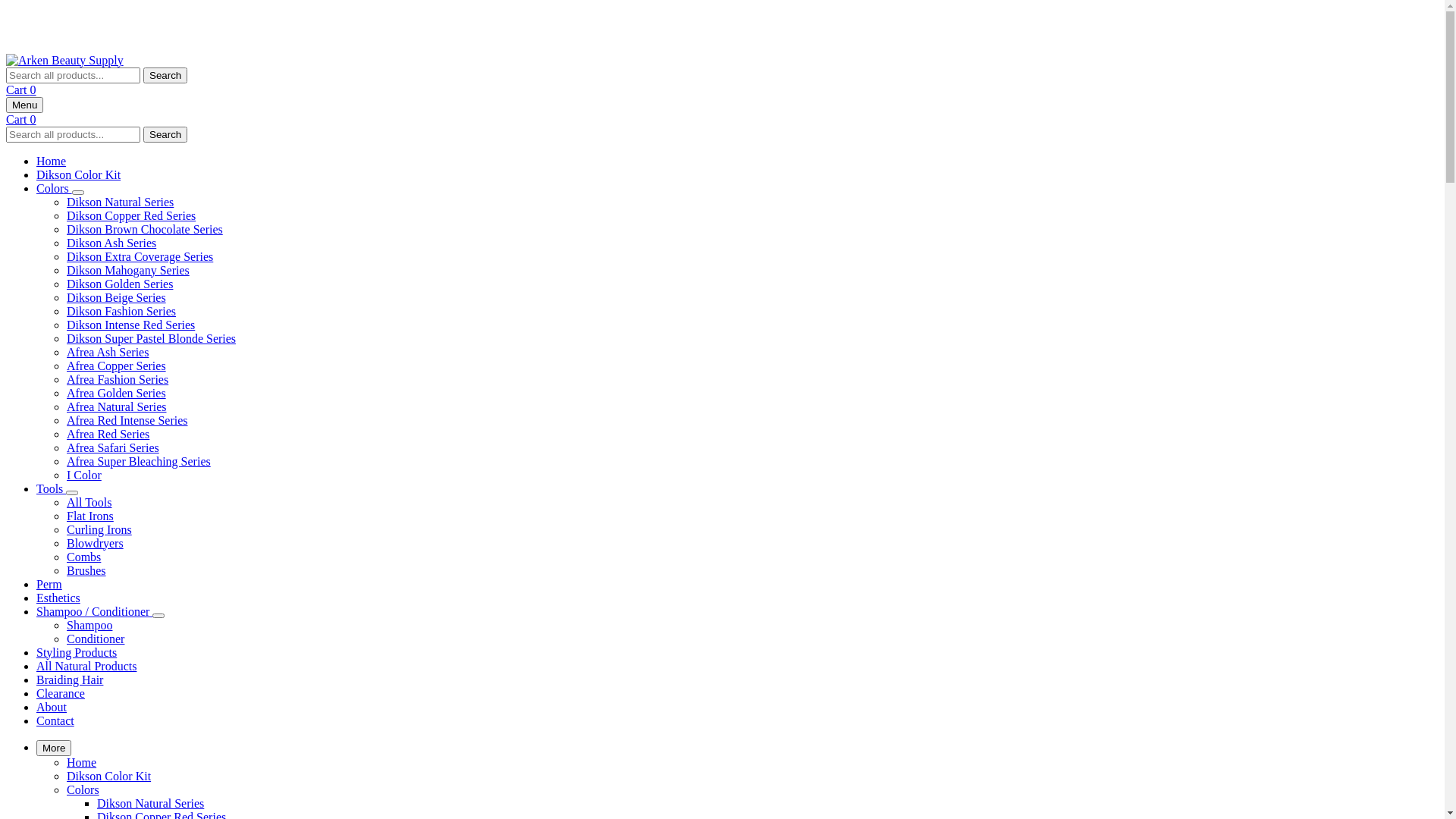 The height and width of the screenshot is (819, 1456). Describe the element at coordinates (61, 693) in the screenshot. I see `'Clearance'` at that location.